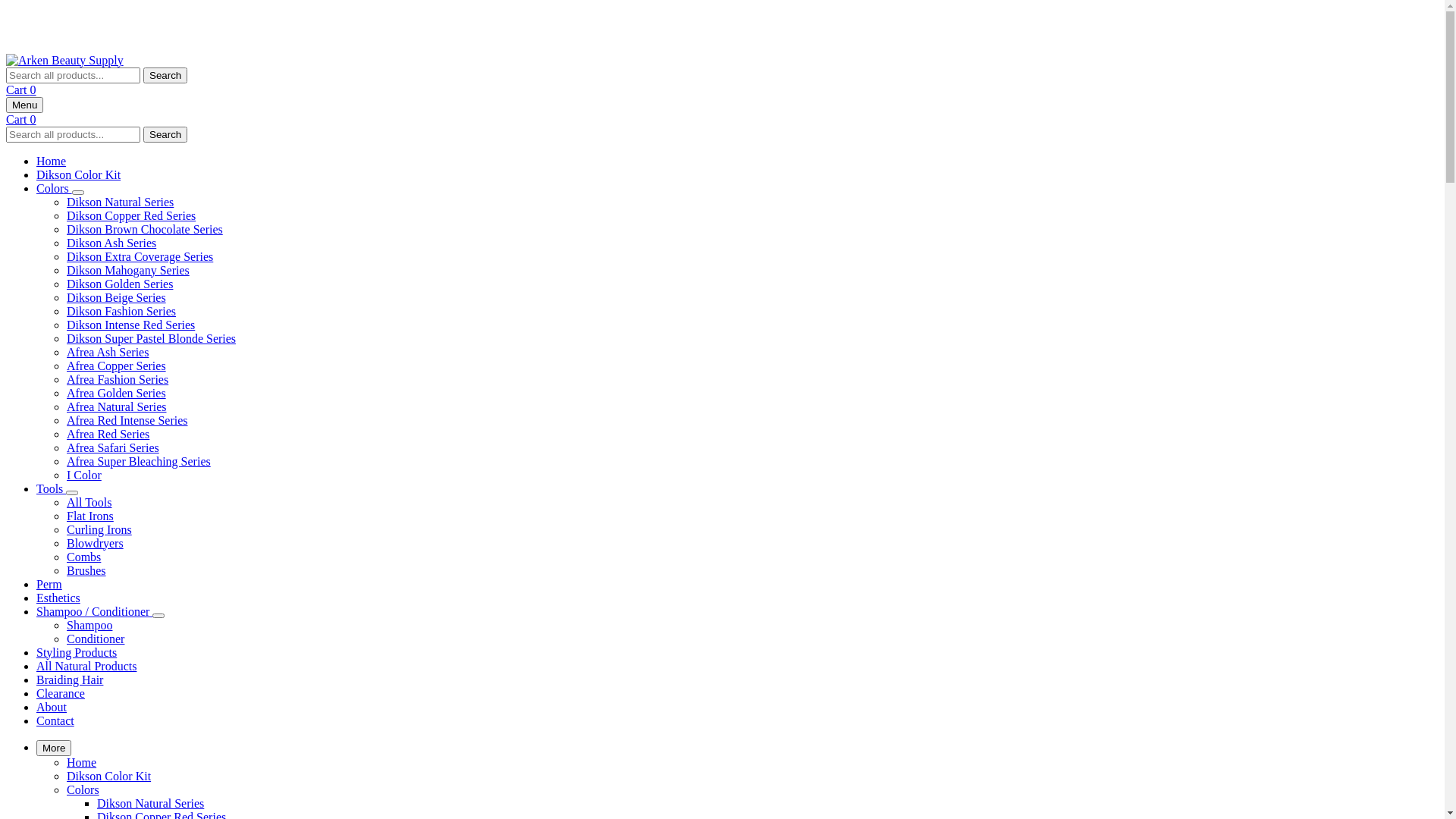 The height and width of the screenshot is (819, 1456). Describe the element at coordinates (61, 693) in the screenshot. I see `'Clearance'` at that location.